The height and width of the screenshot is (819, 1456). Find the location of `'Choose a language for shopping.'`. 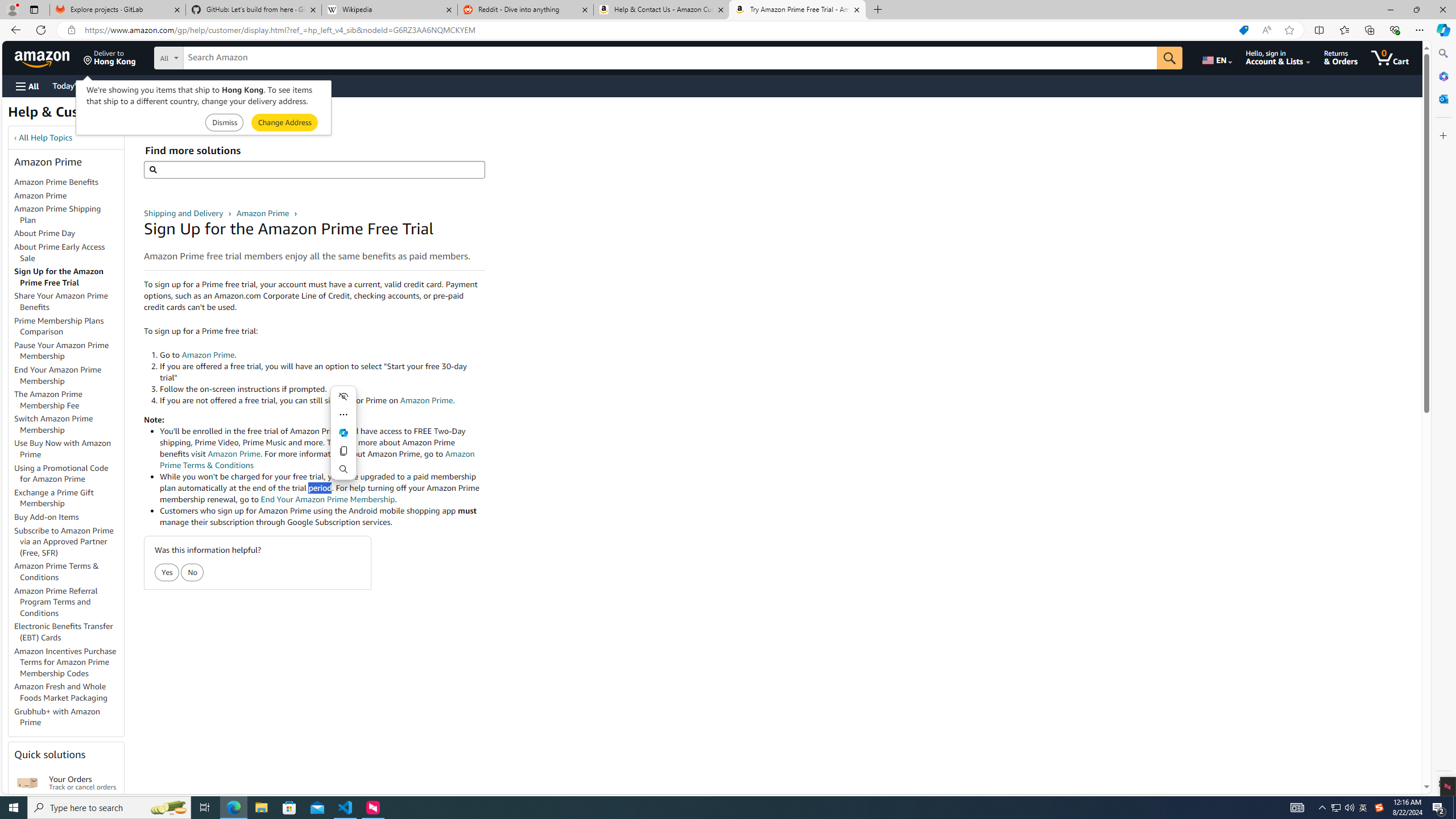

'Choose a language for shopping.' is located at coordinates (1215, 57).